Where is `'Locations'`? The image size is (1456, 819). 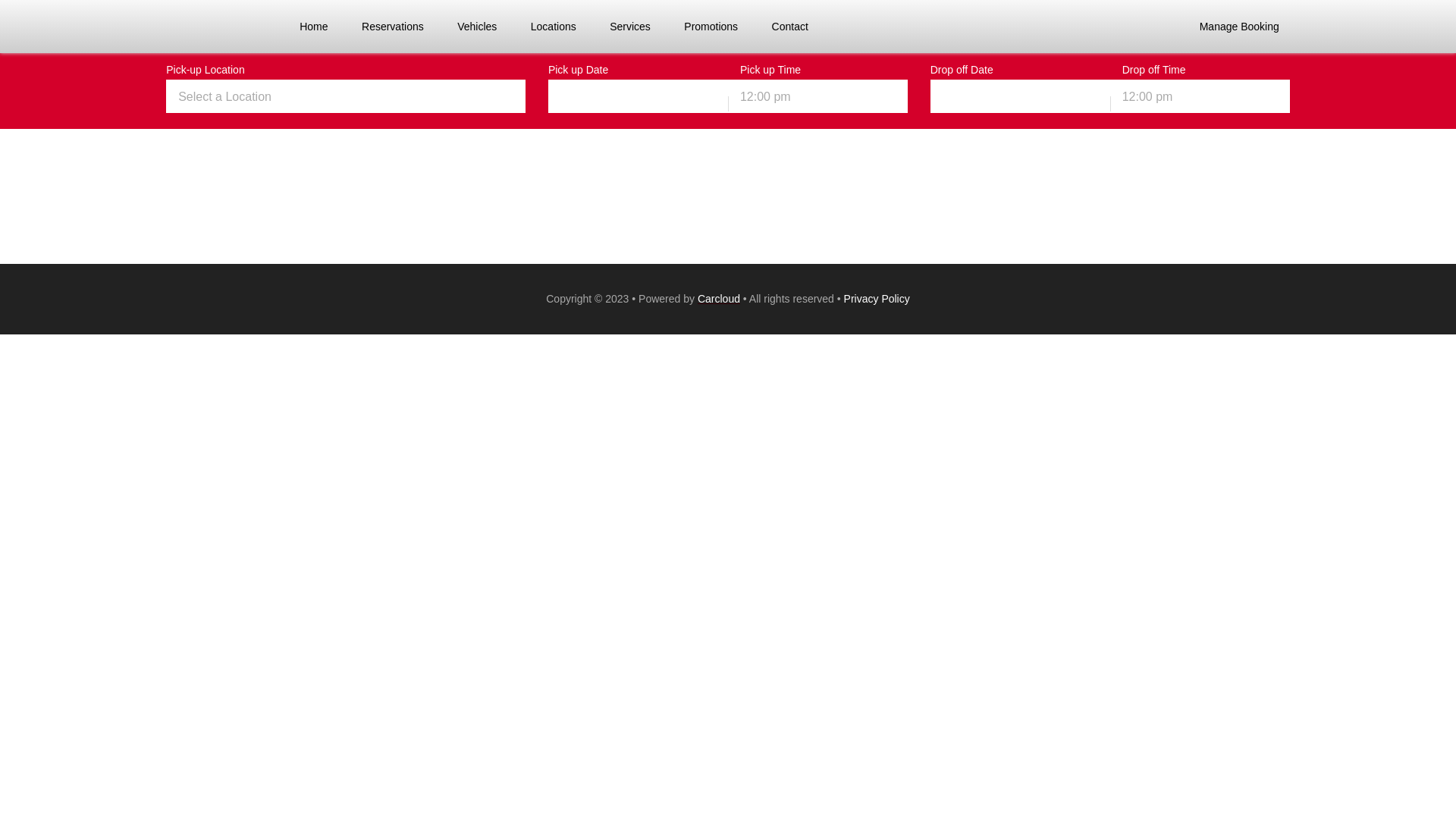
'Locations' is located at coordinates (552, 26).